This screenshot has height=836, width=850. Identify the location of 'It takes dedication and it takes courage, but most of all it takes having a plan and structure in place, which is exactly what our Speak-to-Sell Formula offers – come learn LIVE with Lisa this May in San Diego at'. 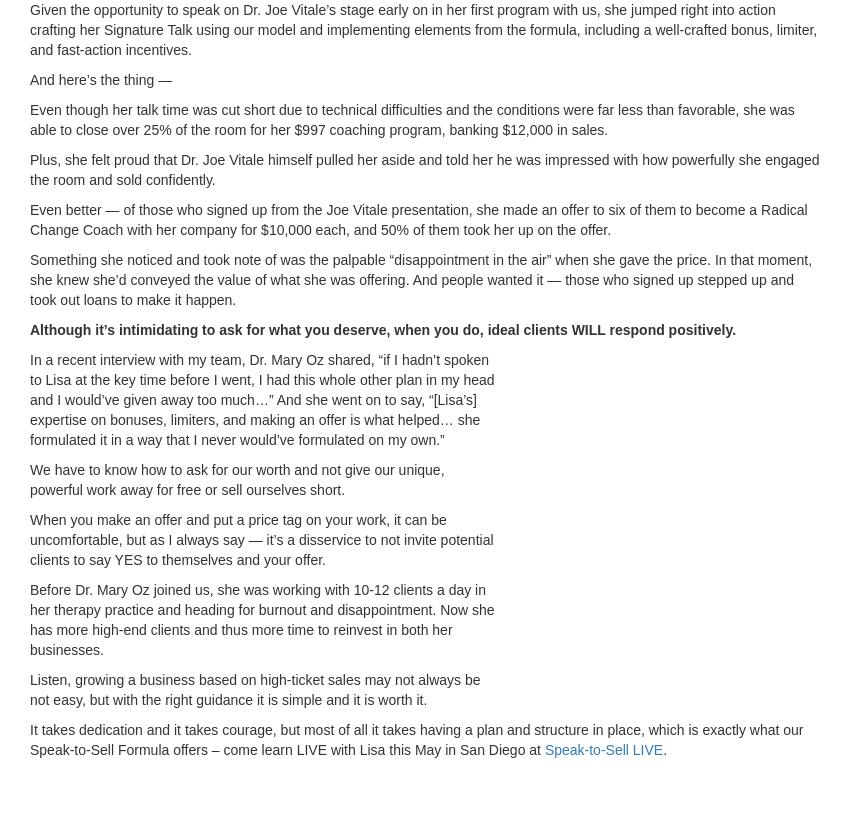
(416, 739).